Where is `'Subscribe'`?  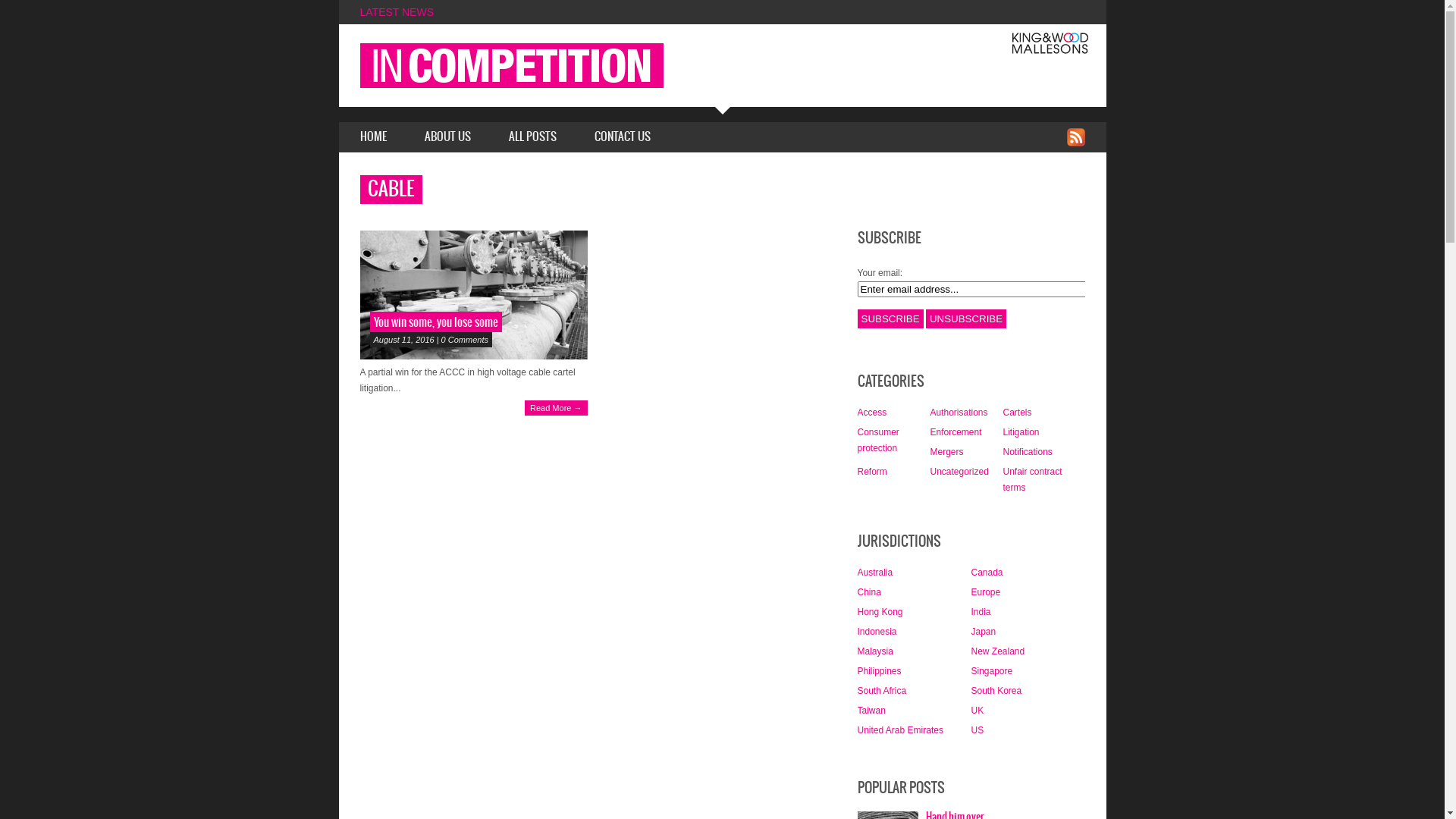 'Subscribe' is located at coordinates (890, 318).